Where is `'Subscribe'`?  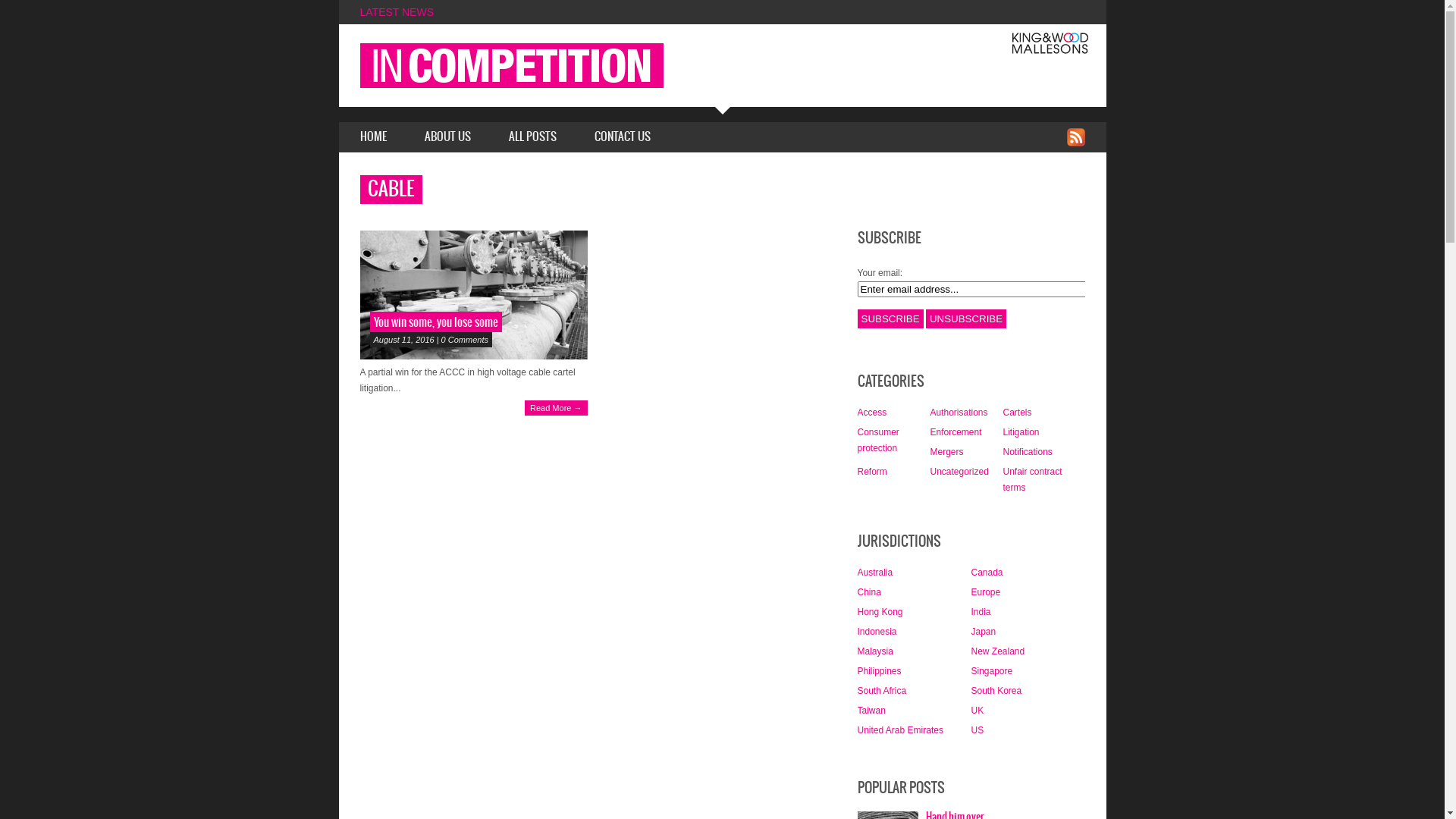 'Subscribe' is located at coordinates (890, 318).